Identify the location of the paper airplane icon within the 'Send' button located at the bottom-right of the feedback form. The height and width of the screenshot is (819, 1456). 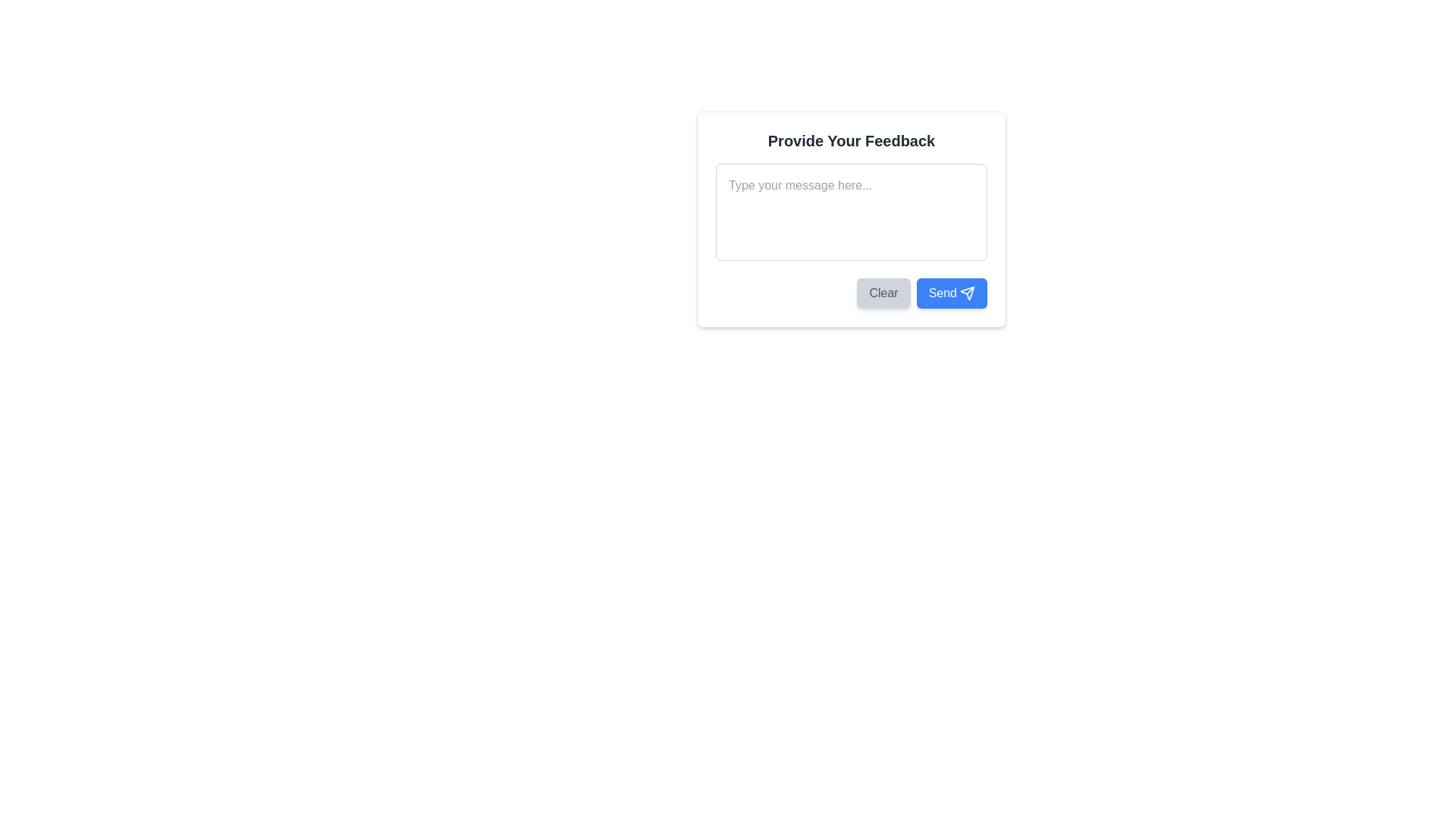
(967, 293).